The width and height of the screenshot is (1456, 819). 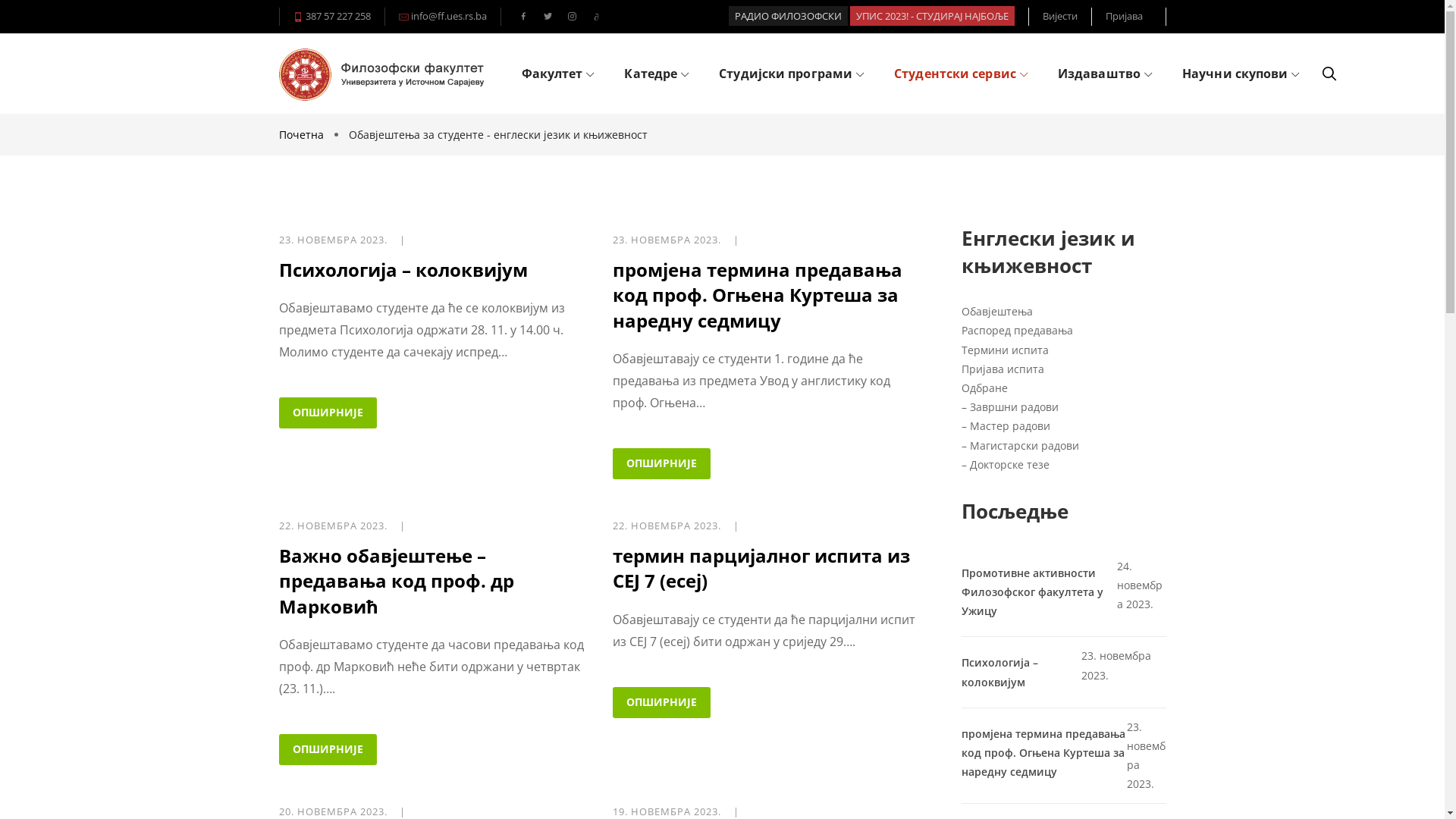 What do you see at coordinates (446, 15) in the screenshot?
I see `'info@ff.ues.rs.ba'` at bounding box center [446, 15].